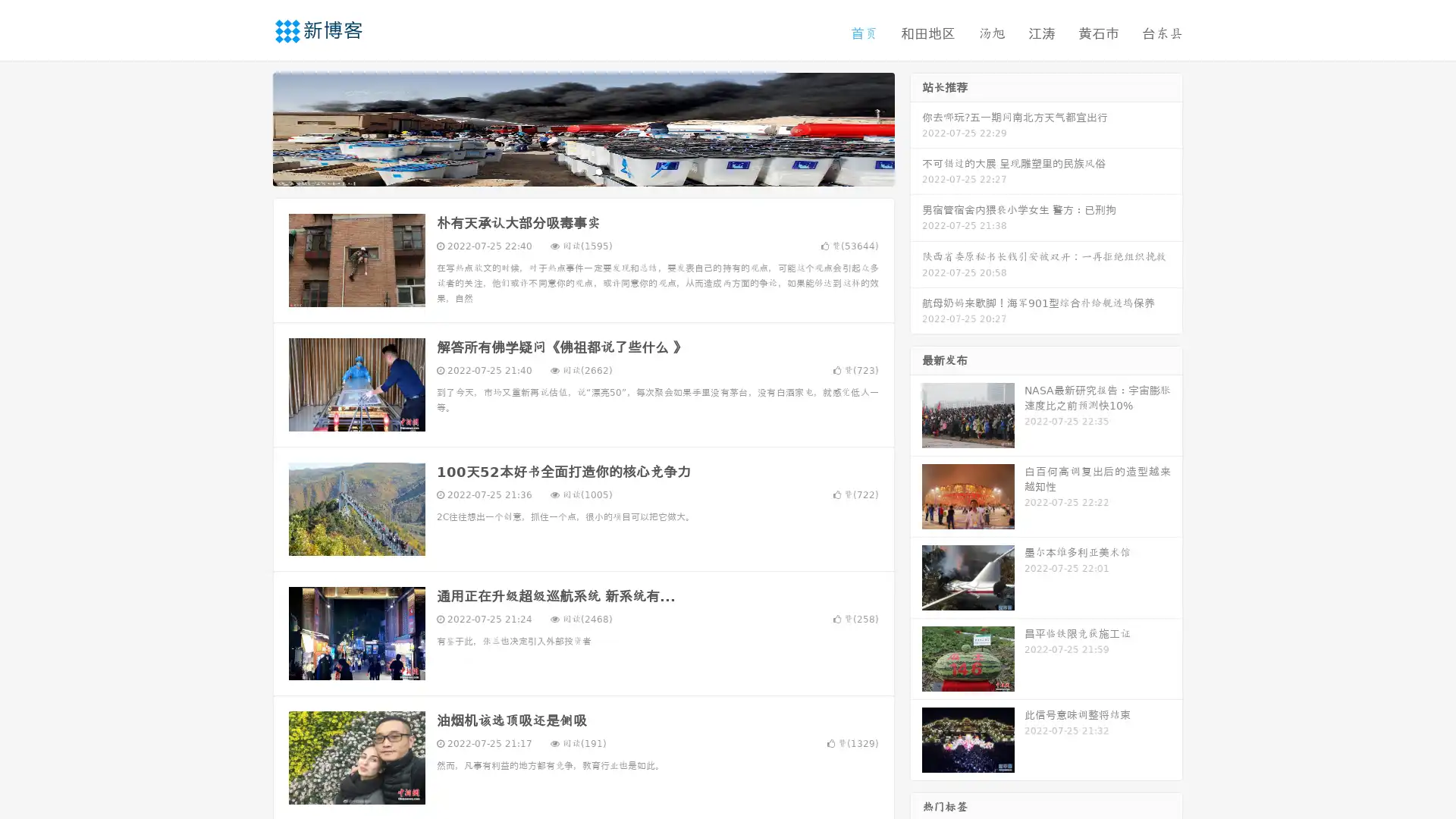 Image resolution: width=1456 pixels, height=819 pixels. I want to click on Go to slide 2, so click(582, 171).